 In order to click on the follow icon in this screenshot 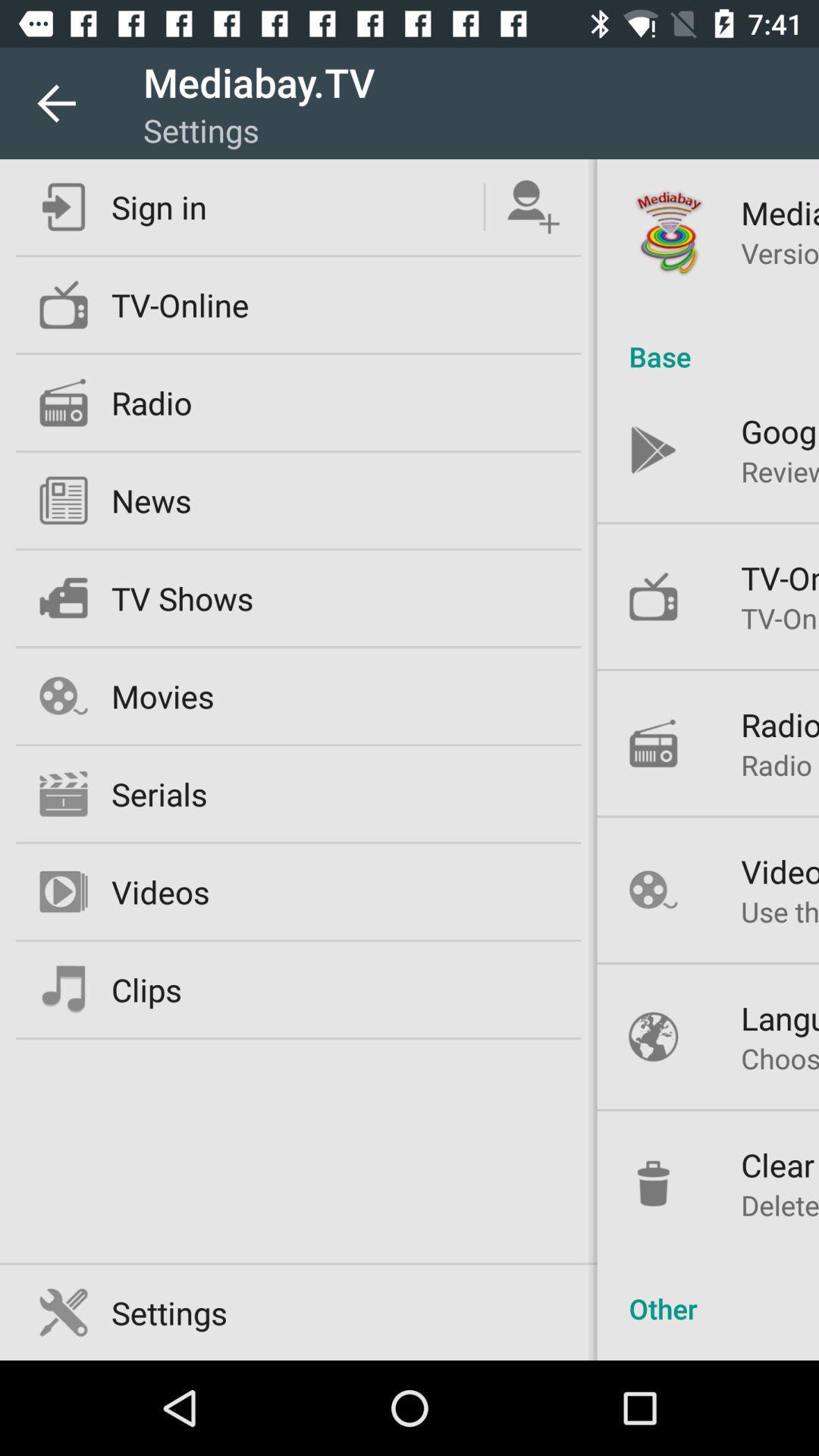, I will do `click(532, 206)`.